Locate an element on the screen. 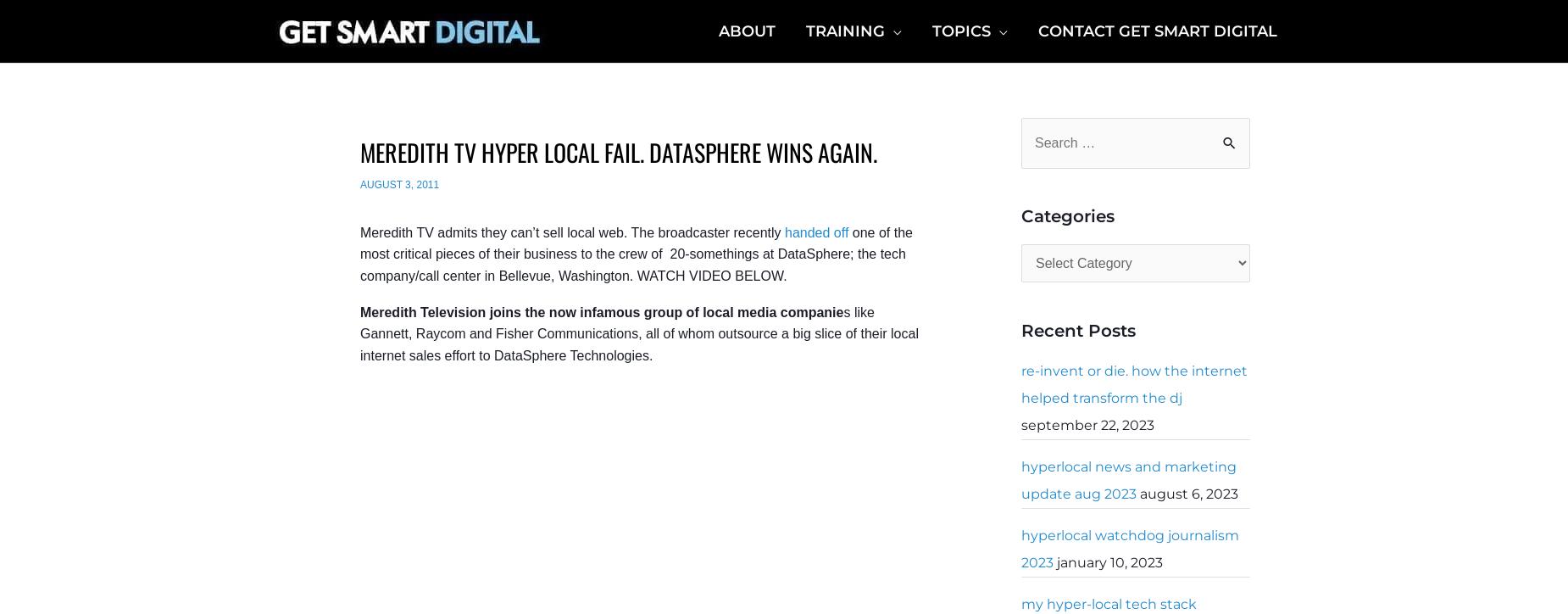 This screenshot has width=1568, height=614. 'one of the most critical pieces of their business to the crew of  20-somethings at DataSphere; the tech company/call center in Bellevue, Washington. WATCH VIDEO BELOW.' is located at coordinates (636, 253).